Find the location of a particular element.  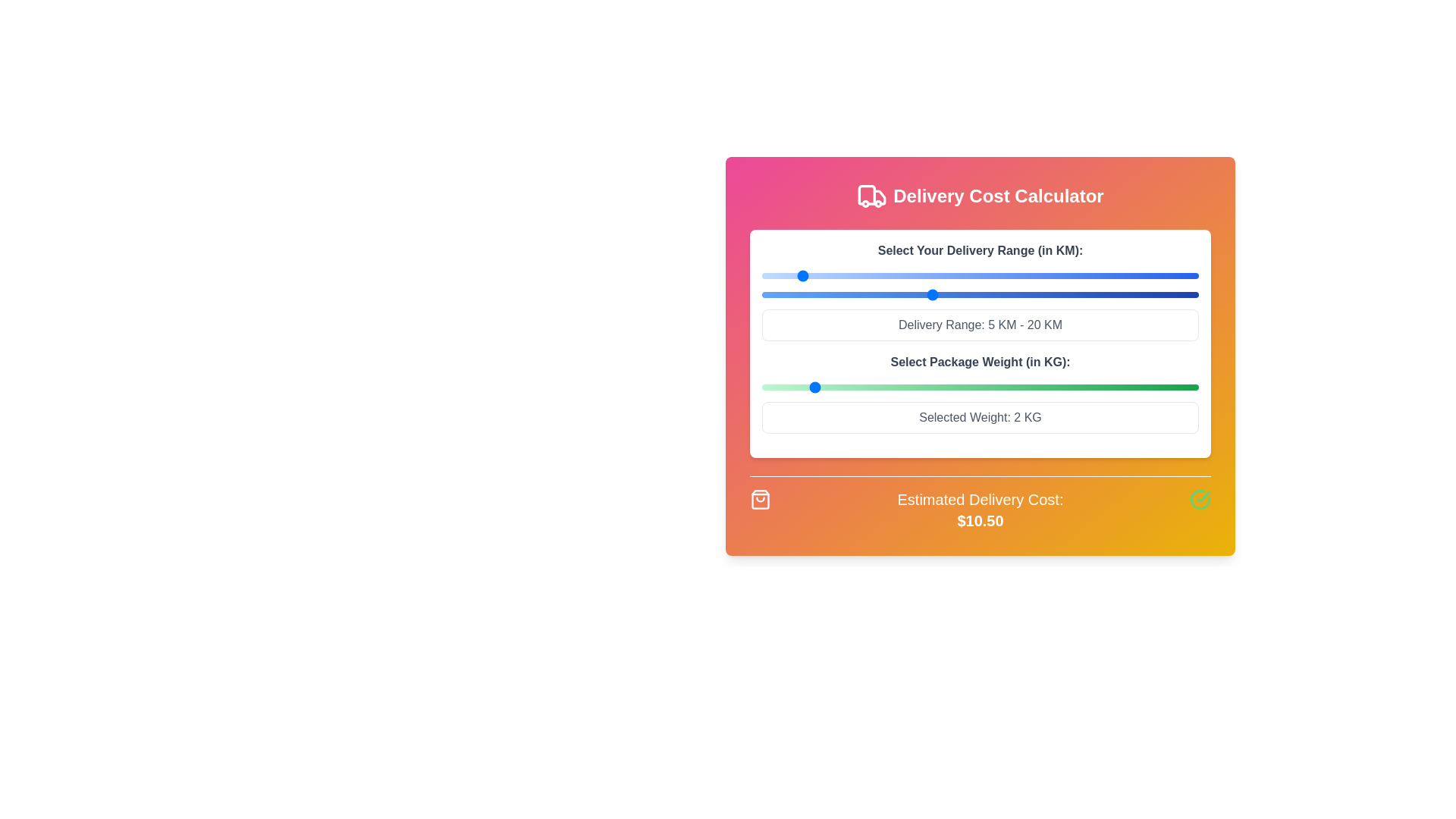

delivery range is located at coordinates (805, 295).